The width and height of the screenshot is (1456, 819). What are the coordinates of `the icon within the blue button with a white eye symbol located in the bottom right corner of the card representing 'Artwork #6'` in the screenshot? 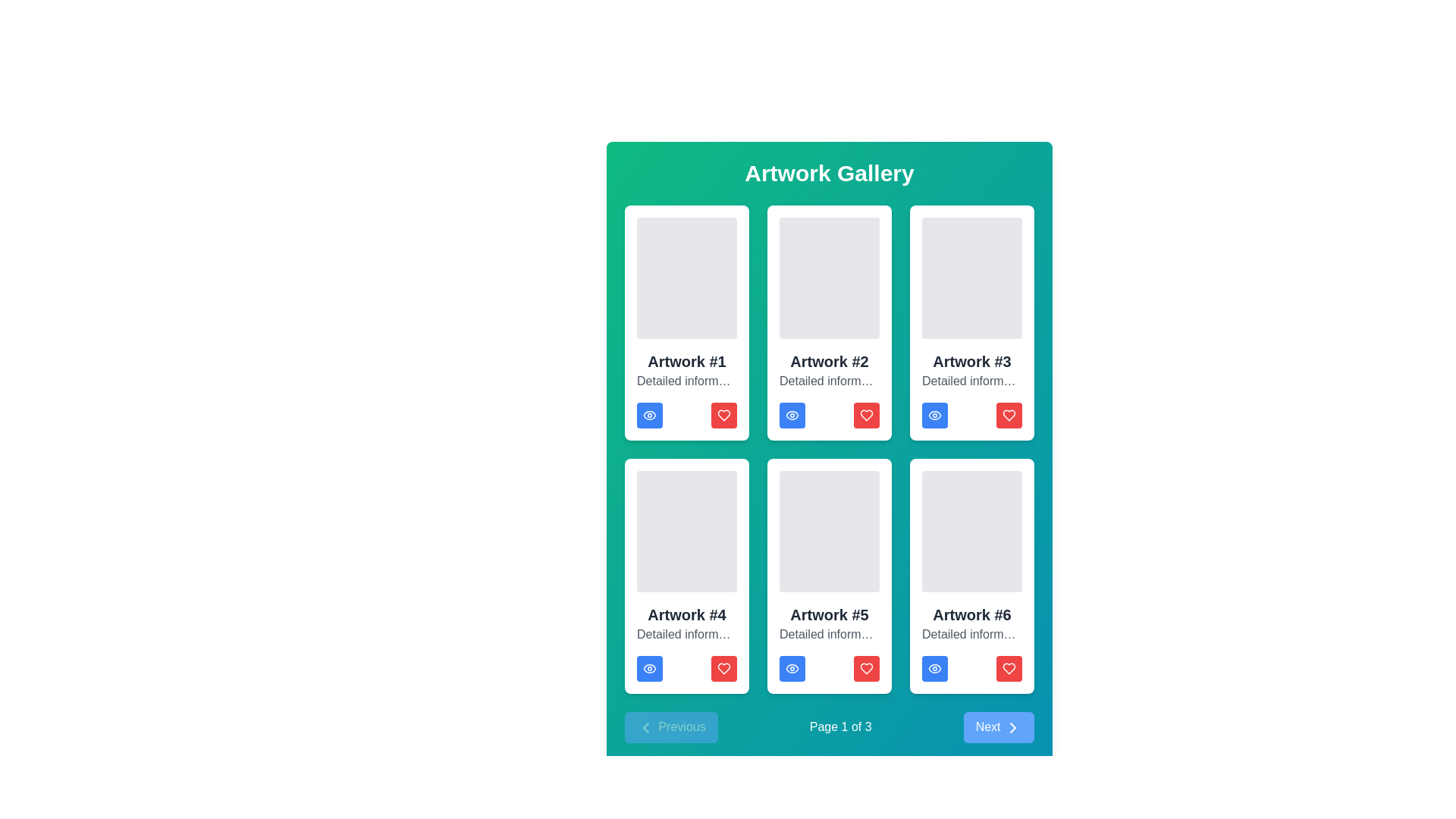 It's located at (934, 668).